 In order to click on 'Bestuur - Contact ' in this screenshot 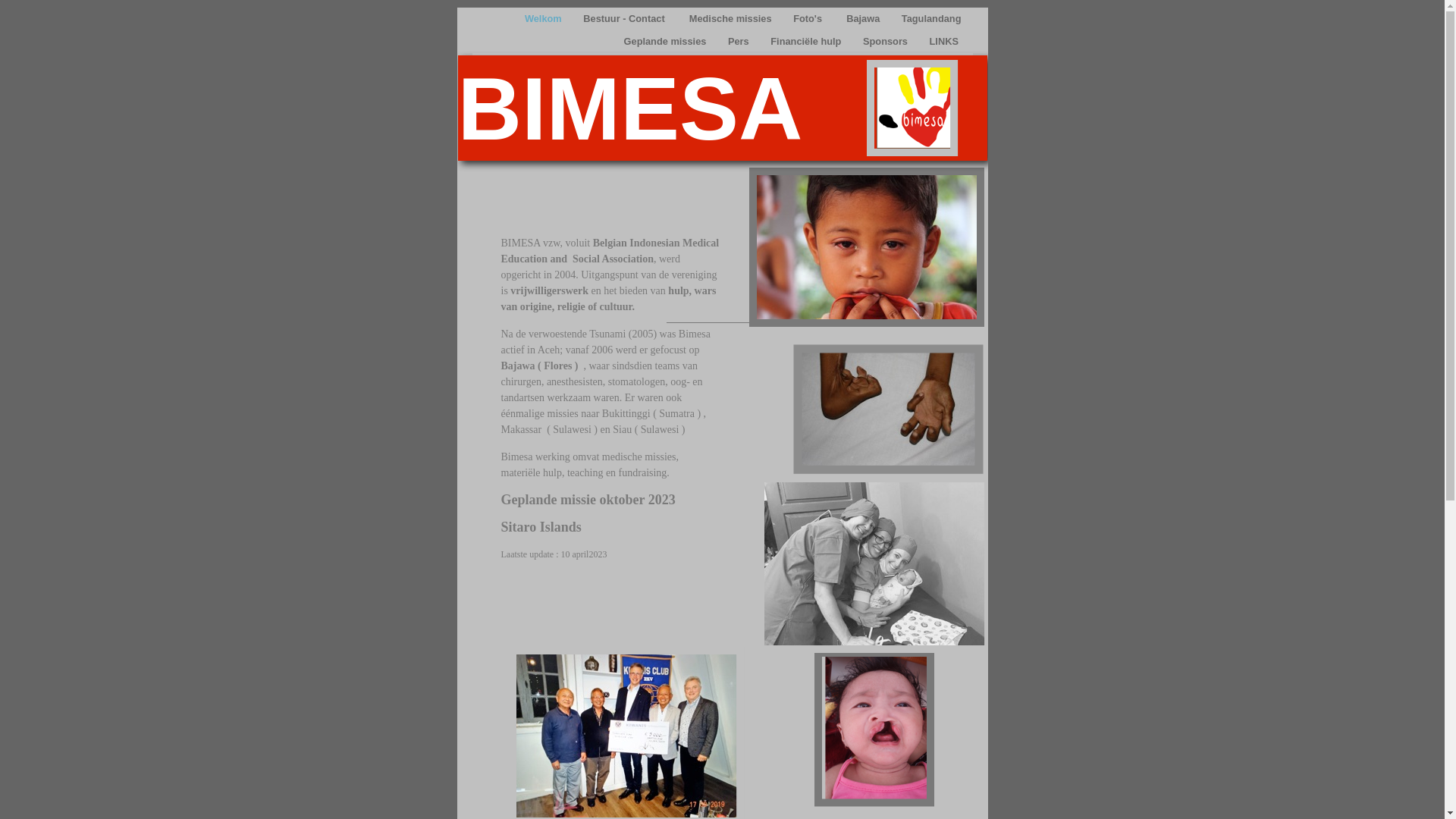, I will do `click(626, 18)`.